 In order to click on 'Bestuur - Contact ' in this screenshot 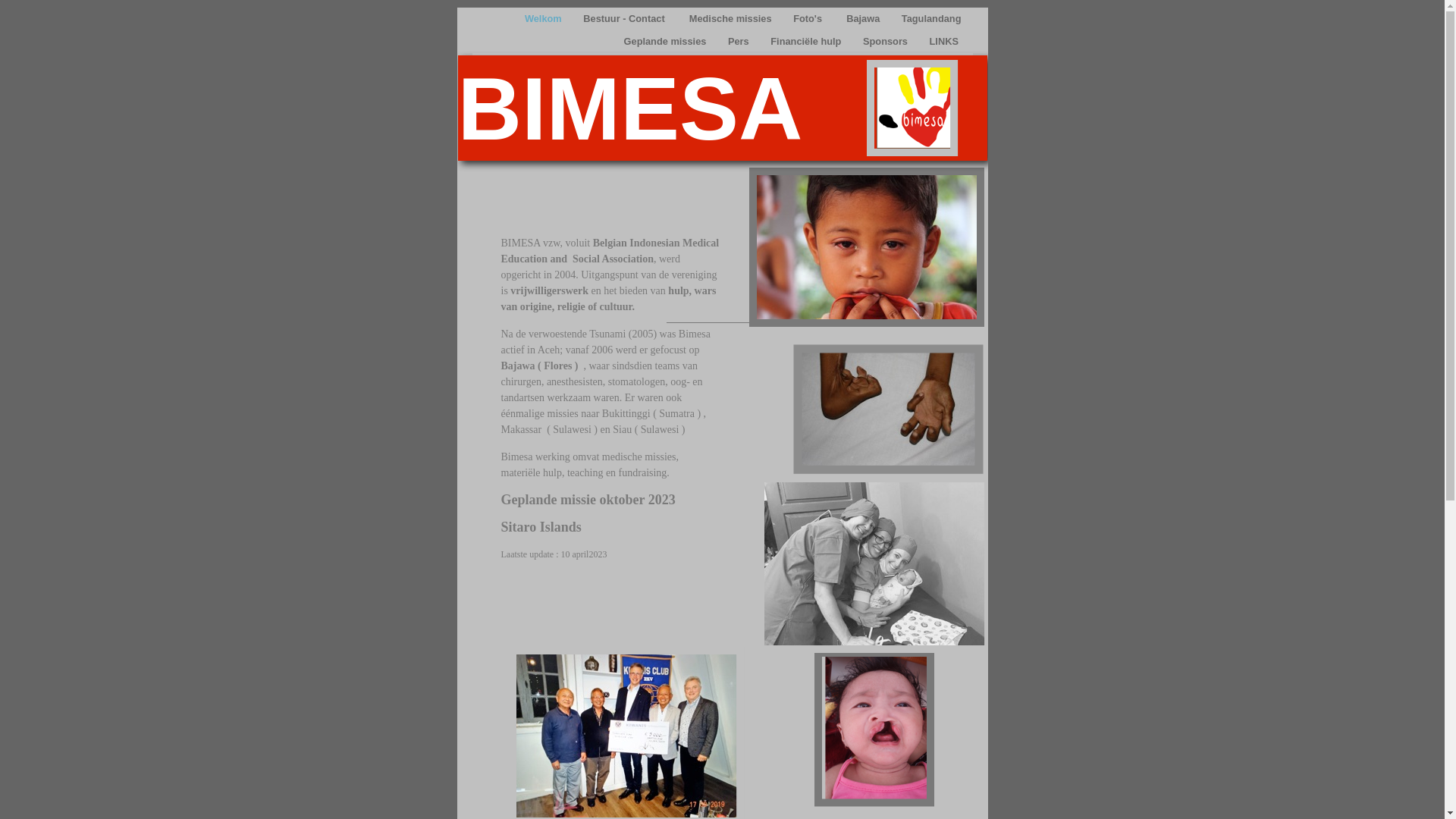, I will do `click(626, 18)`.